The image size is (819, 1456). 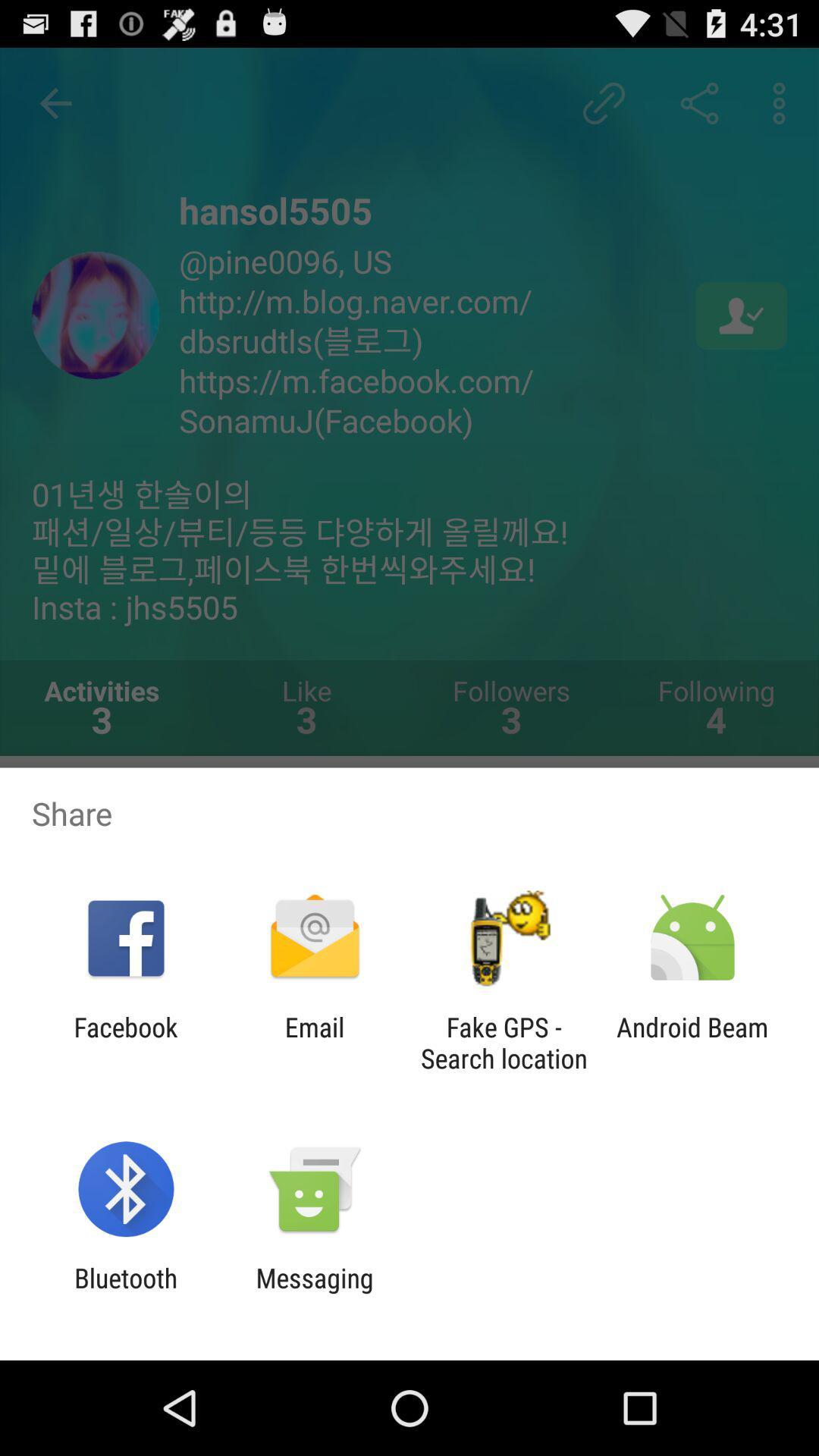 I want to click on the item to the left of the fake gps search app, so click(x=314, y=1042).